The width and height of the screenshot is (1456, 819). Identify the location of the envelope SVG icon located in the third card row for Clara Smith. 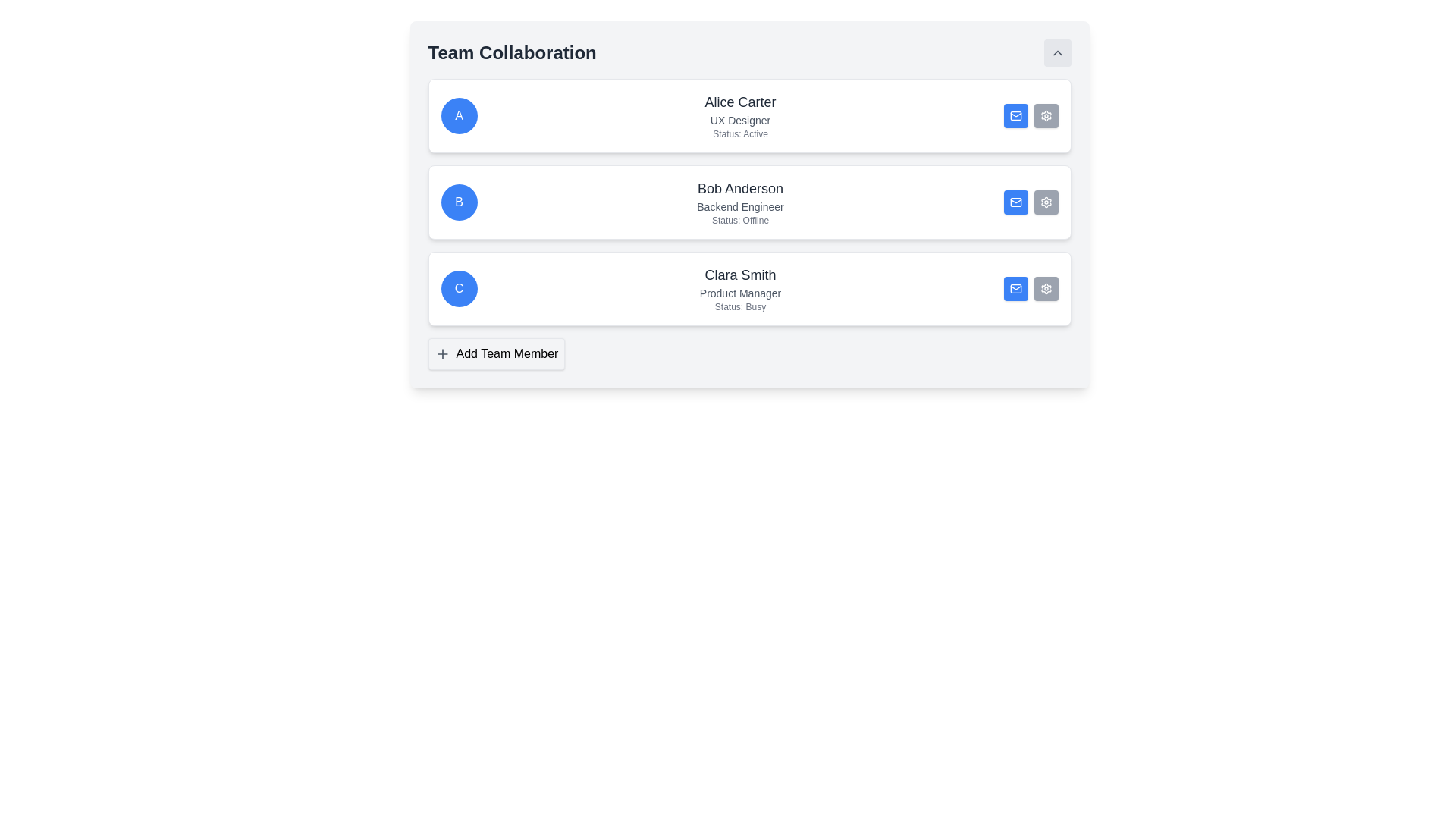
(1015, 289).